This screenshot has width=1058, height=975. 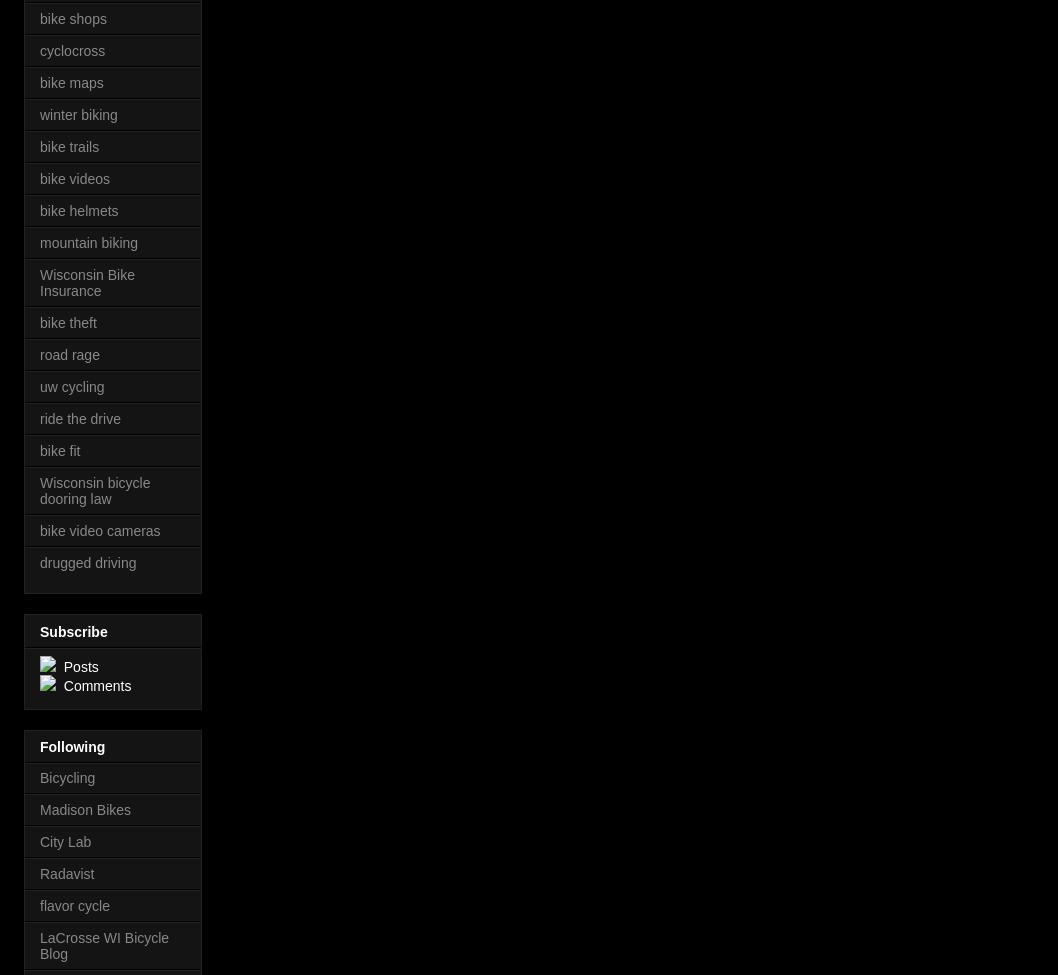 I want to click on 'LaCrosse WI Bicycle Blog', so click(x=103, y=943).